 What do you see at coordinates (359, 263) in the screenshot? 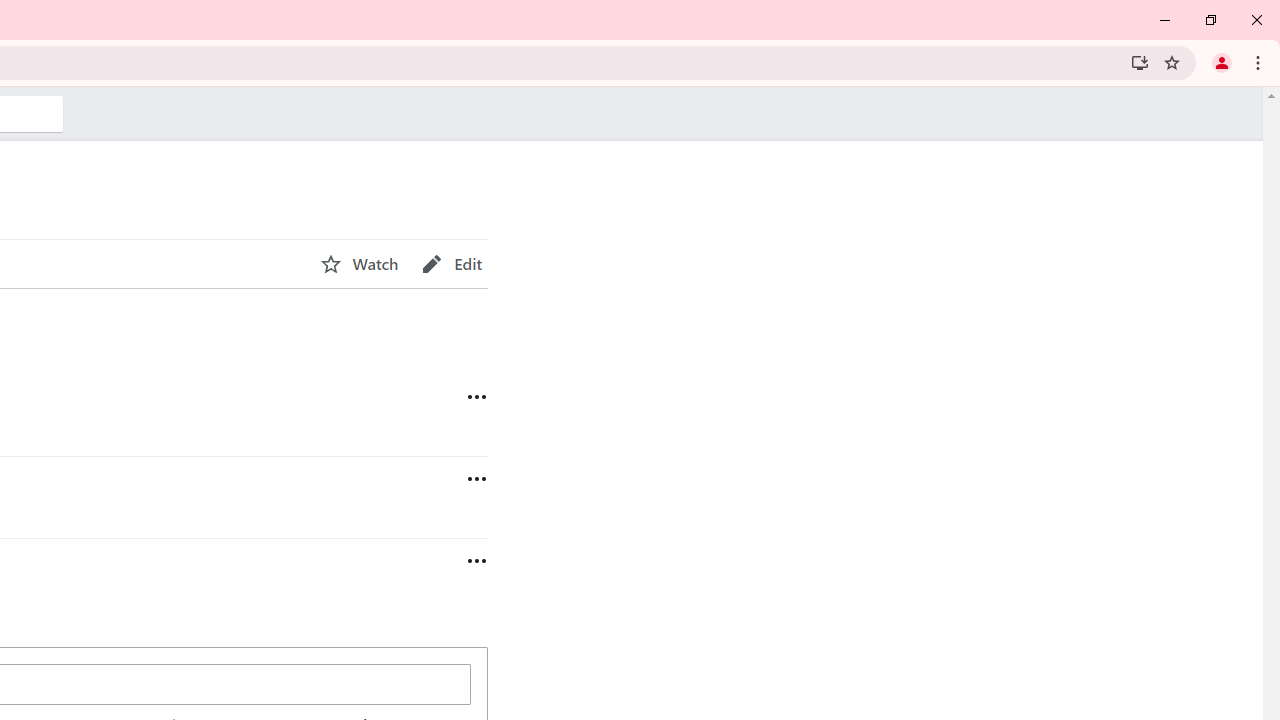
I see `'AutomationID: page-actions-watch'` at bounding box center [359, 263].